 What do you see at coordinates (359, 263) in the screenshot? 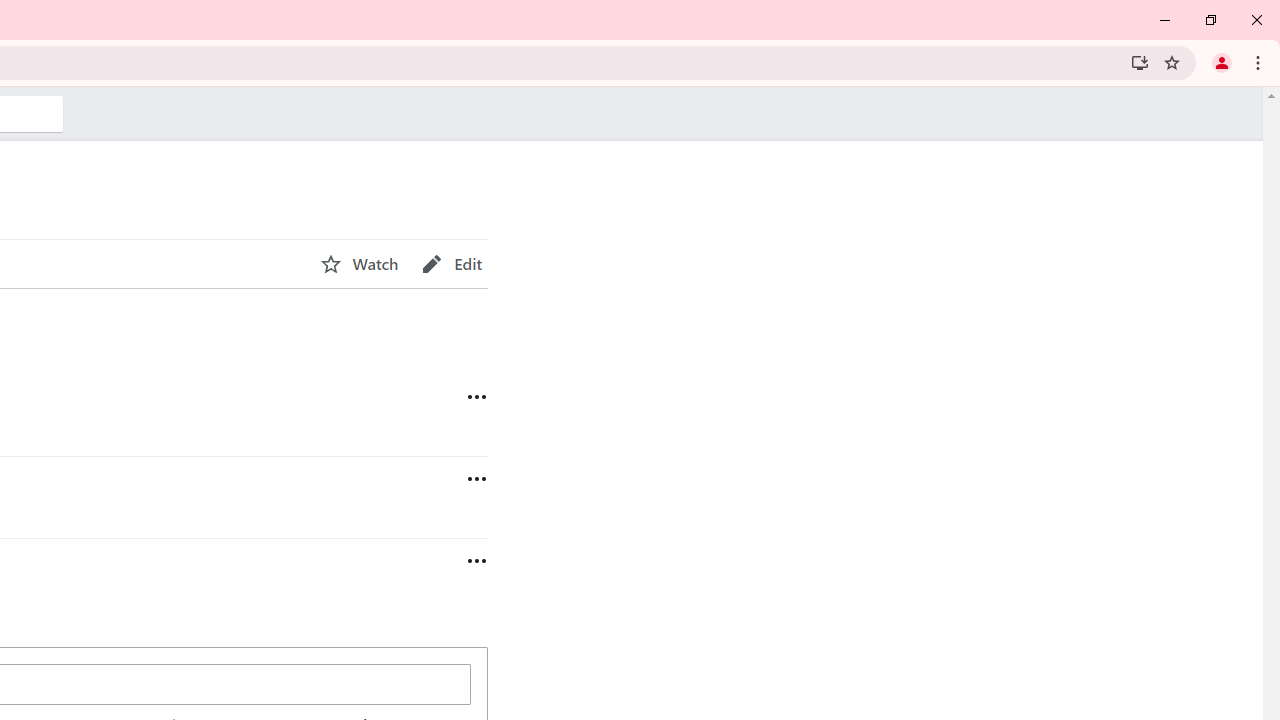
I see `'AutomationID: page-actions-watch'` at bounding box center [359, 263].